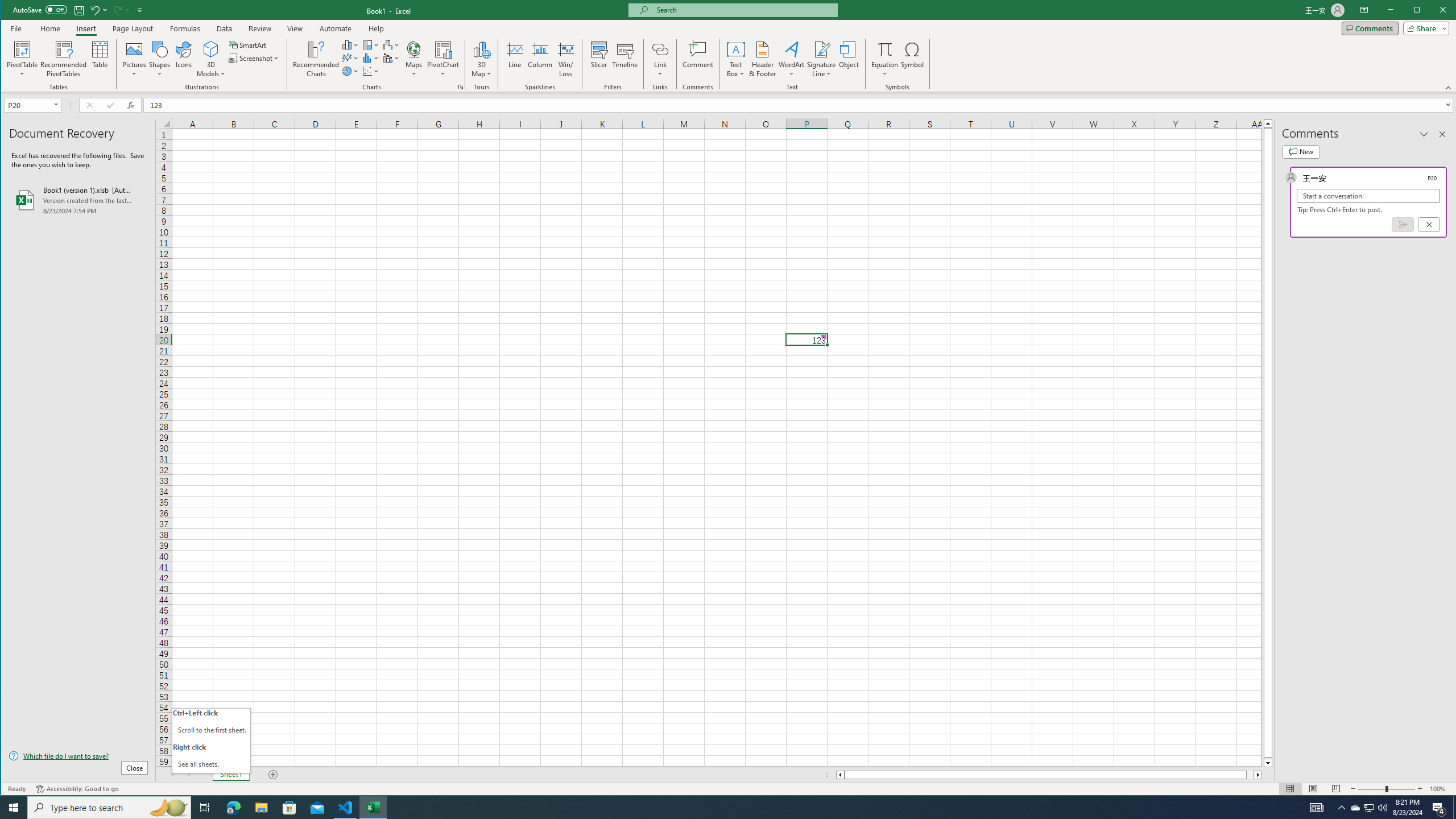  I want to click on 'Add Sheet', so click(273, 775).